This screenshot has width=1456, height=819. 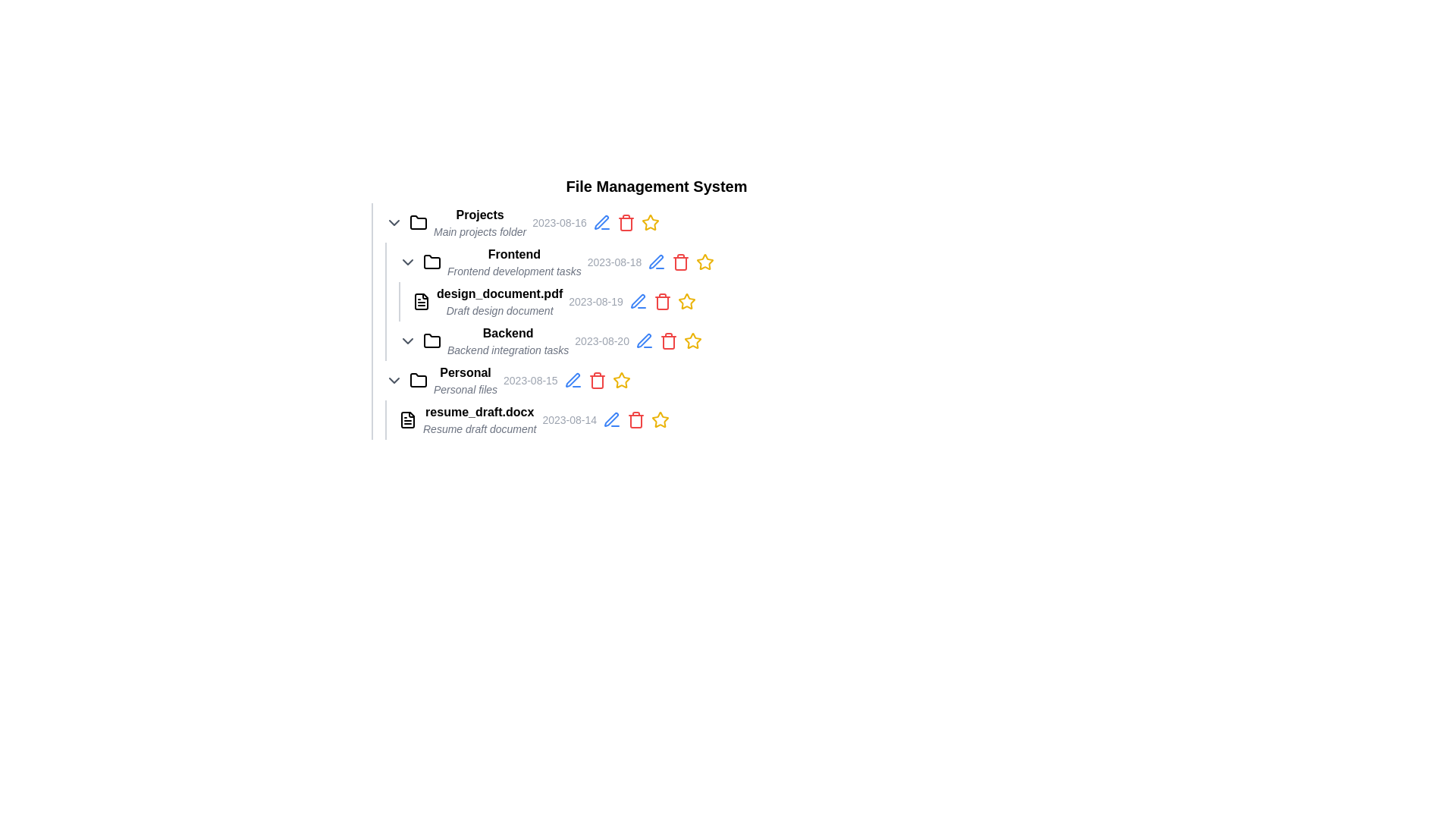 I want to click on the yellow star icon button, which is located to the right of the 'resume_draft.docx' text, so click(x=661, y=420).